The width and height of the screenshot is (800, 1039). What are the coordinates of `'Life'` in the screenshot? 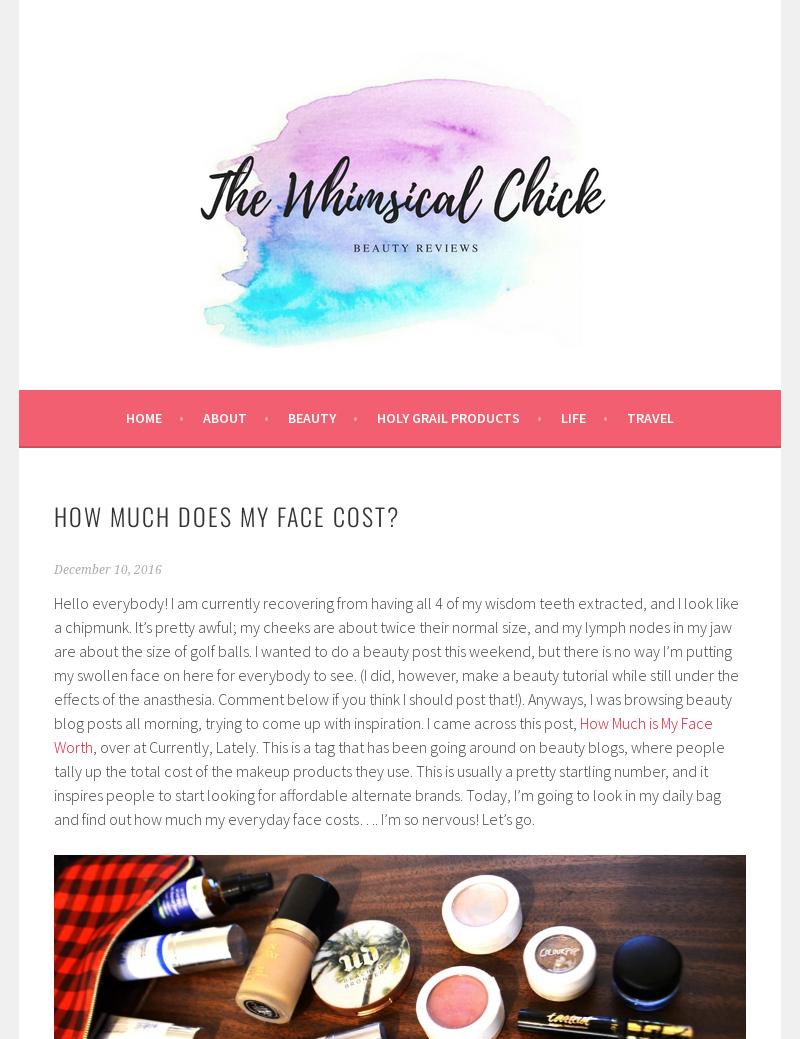 It's located at (572, 416).